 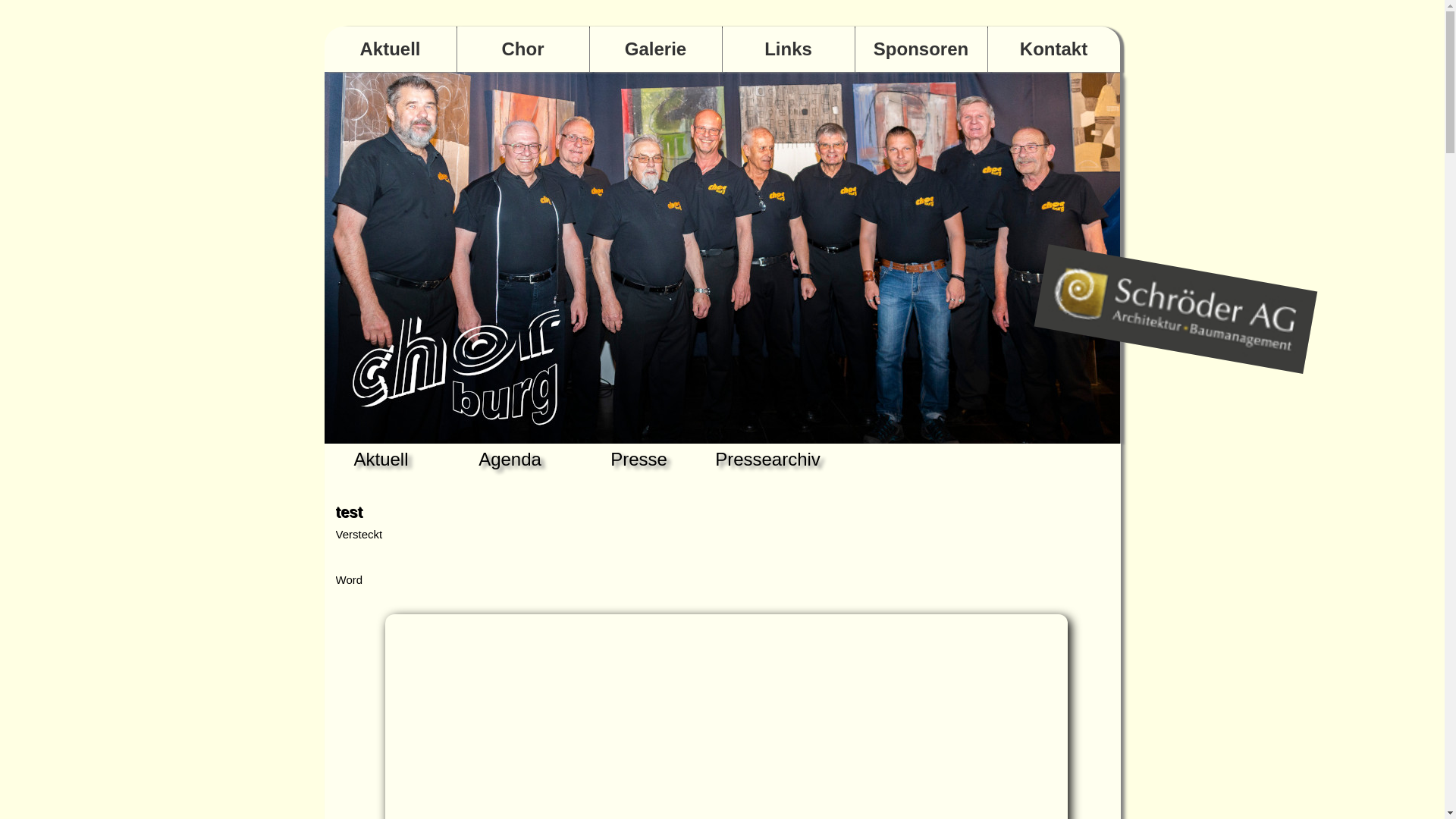 What do you see at coordinates (987, 49) in the screenshot?
I see `'Kontakt'` at bounding box center [987, 49].